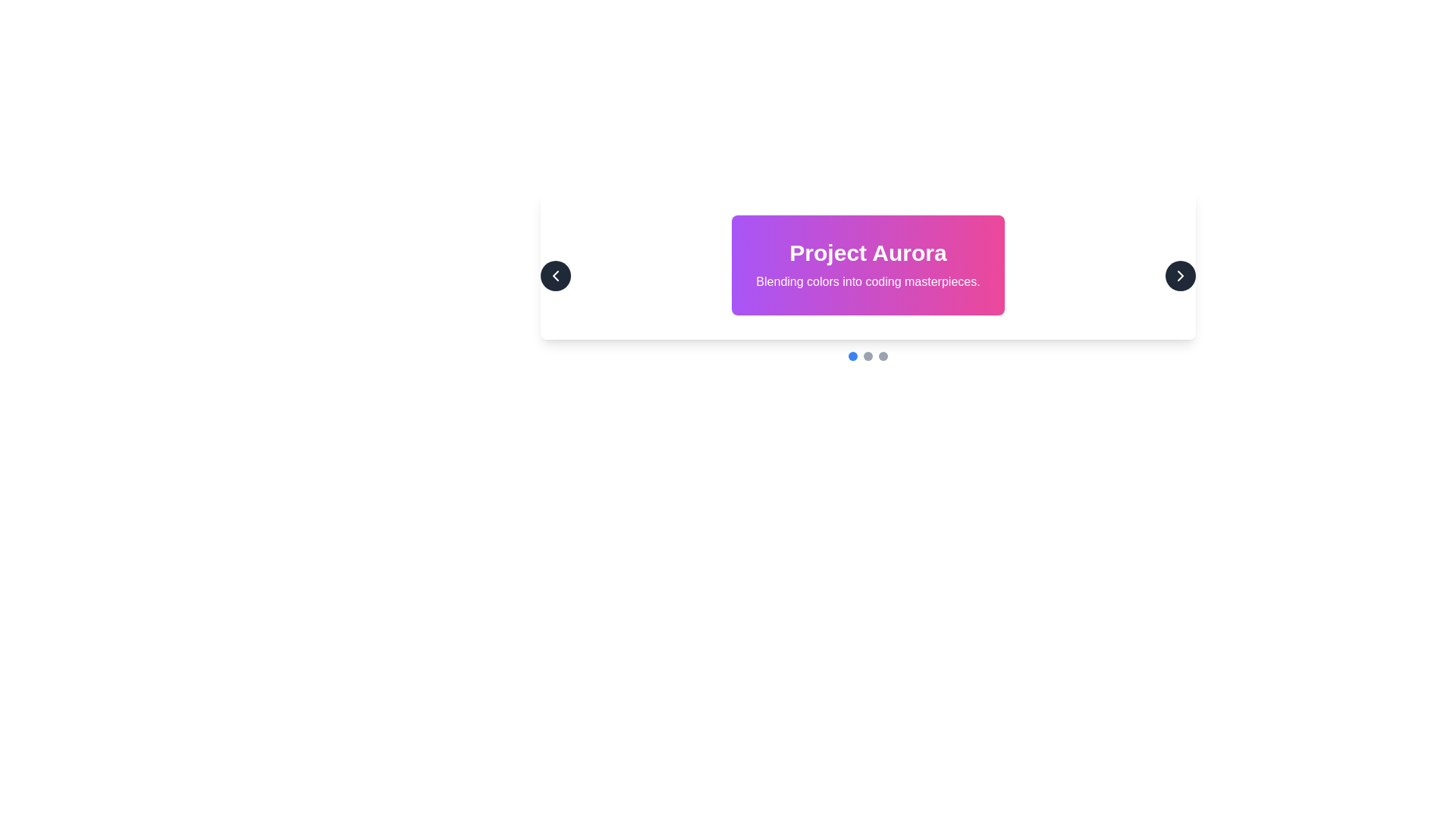 This screenshot has height=819, width=1456. What do you see at coordinates (868, 281) in the screenshot?
I see `the static text label displaying 'Blending colors into coding masterpieces.' which is located beneath the heading 'Project Aurora' within a rounded card in a horizontally scrollable carousel` at bounding box center [868, 281].